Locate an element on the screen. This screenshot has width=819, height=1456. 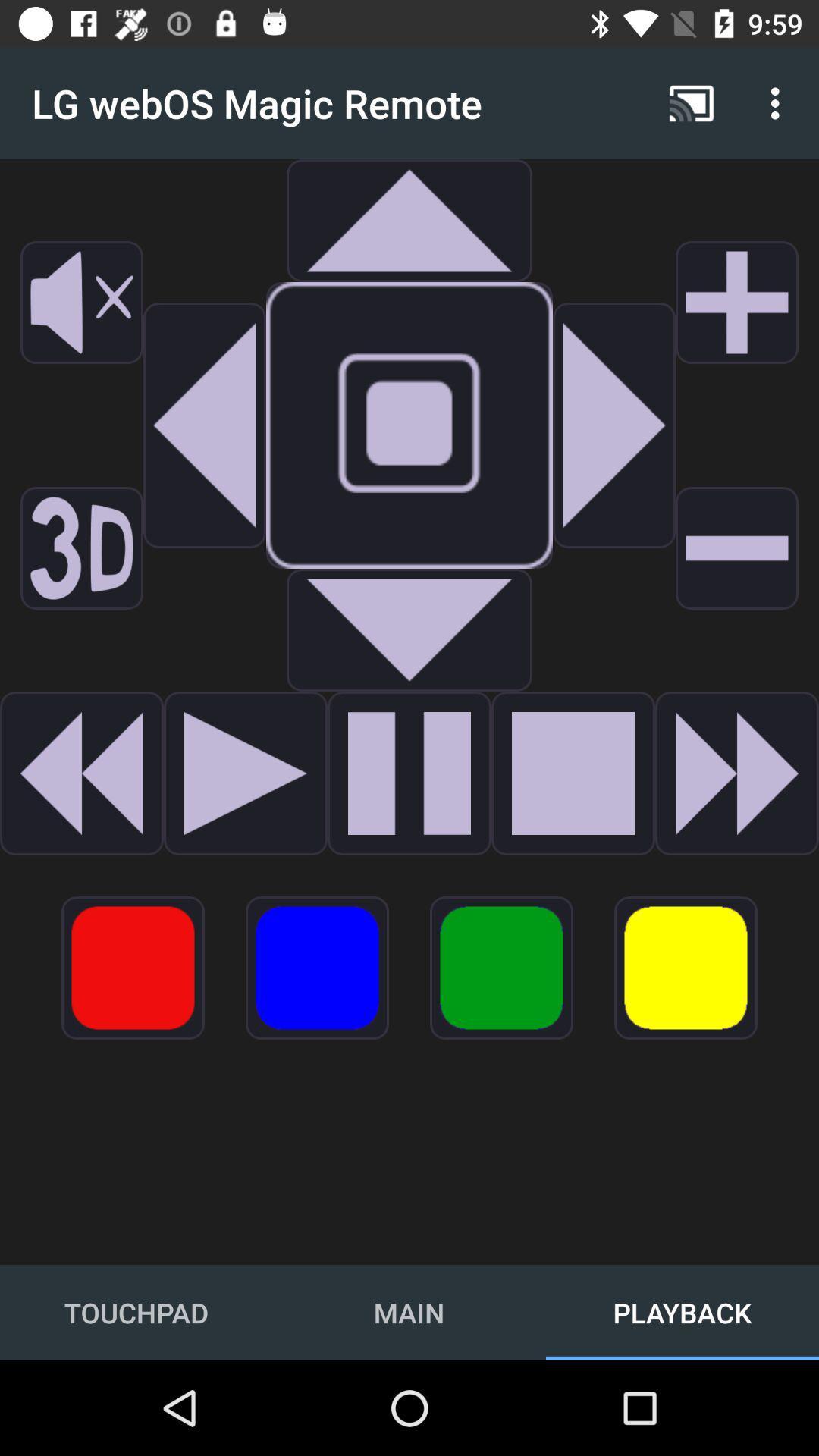
navigate to the left is located at coordinates (205, 425).